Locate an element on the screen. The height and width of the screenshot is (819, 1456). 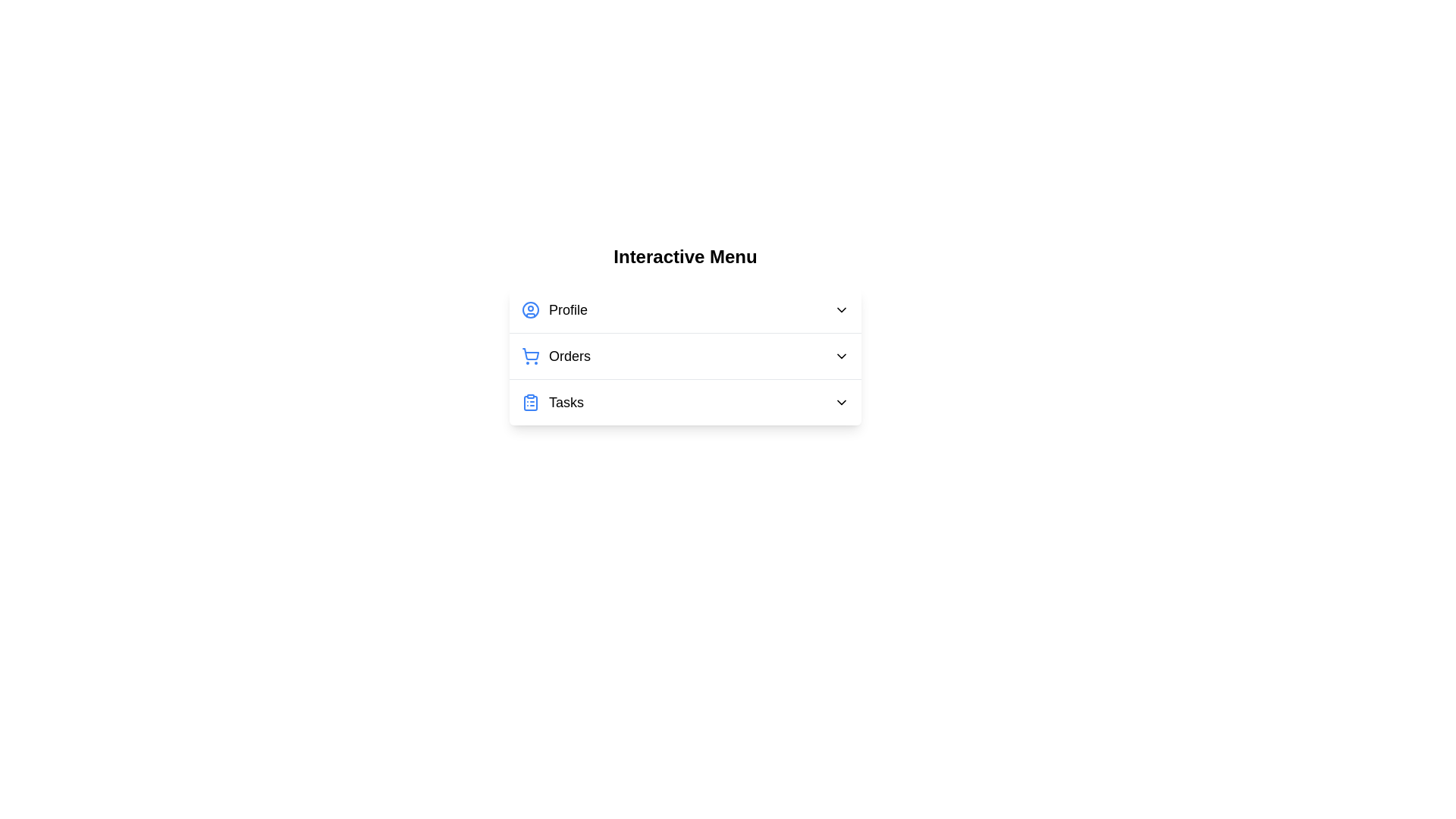
the 'Orders' menu item, which is the middle option in the vertical list of 'Profile', 'Orders', and 'Tasks', located to the right of the shopping cart icon is located at coordinates (569, 356).